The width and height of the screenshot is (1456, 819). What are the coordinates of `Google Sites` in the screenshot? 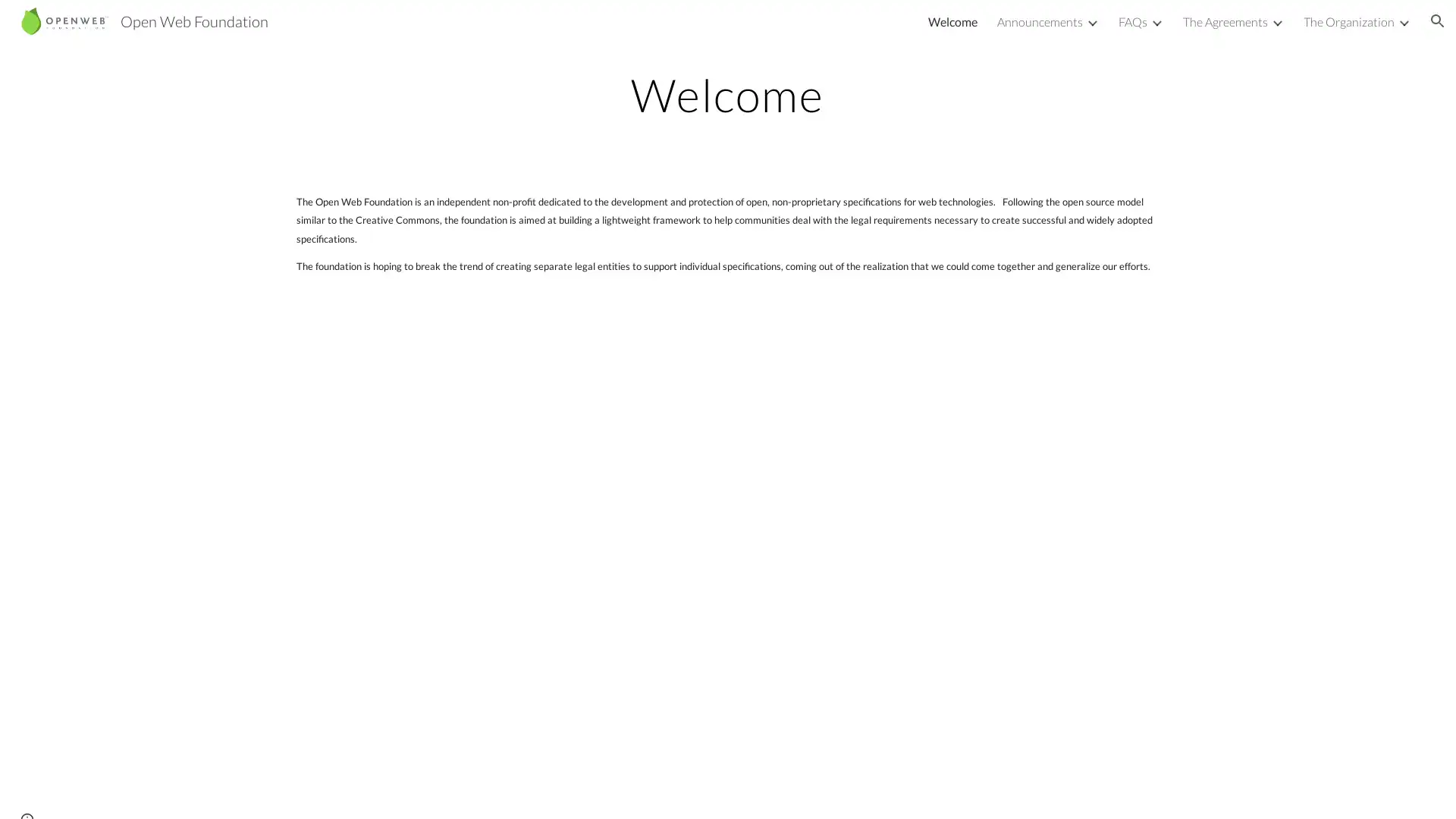 It's located at (117, 792).